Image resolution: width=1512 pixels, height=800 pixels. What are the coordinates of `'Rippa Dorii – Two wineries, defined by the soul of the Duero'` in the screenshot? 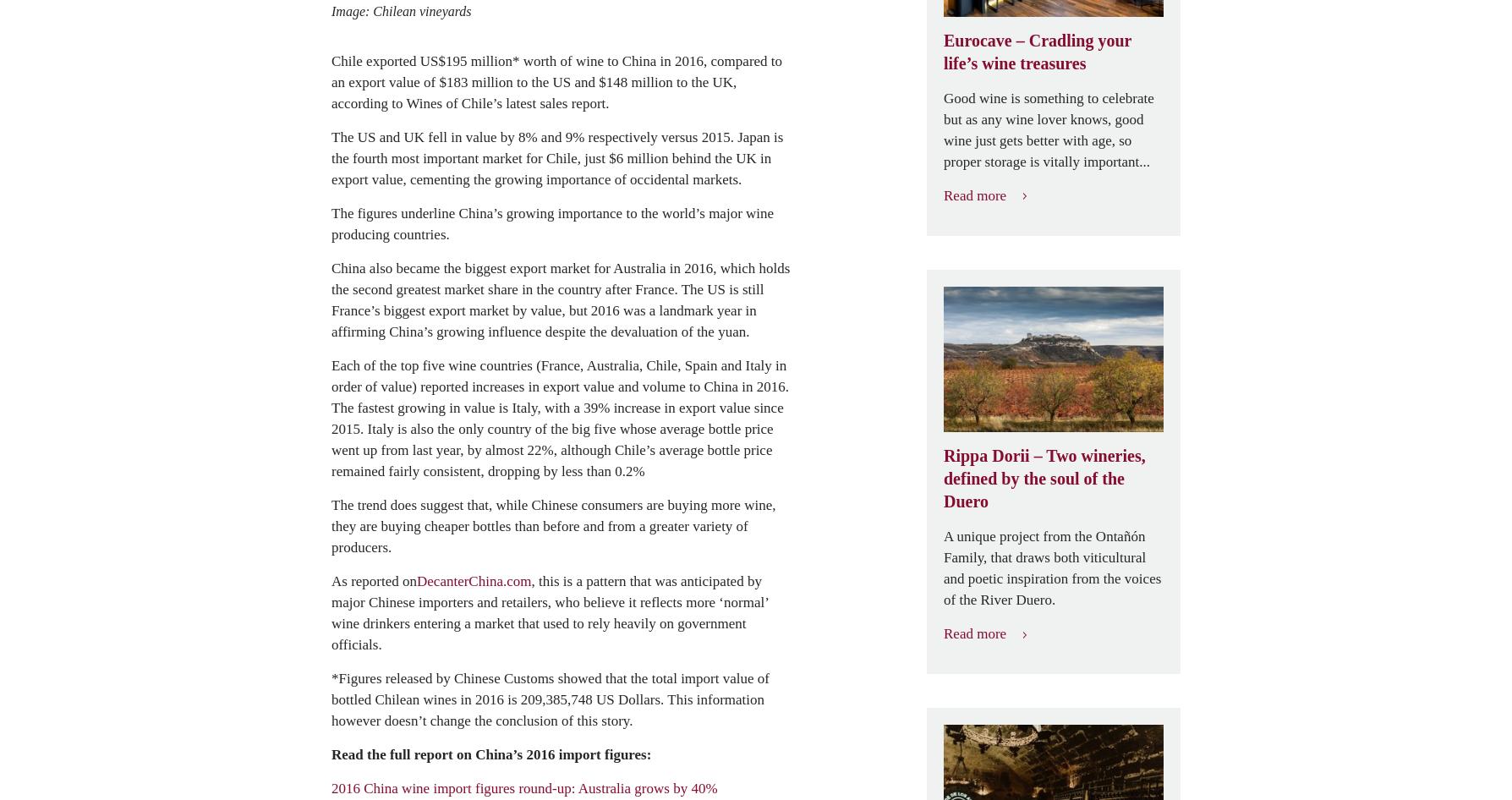 It's located at (1043, 477).